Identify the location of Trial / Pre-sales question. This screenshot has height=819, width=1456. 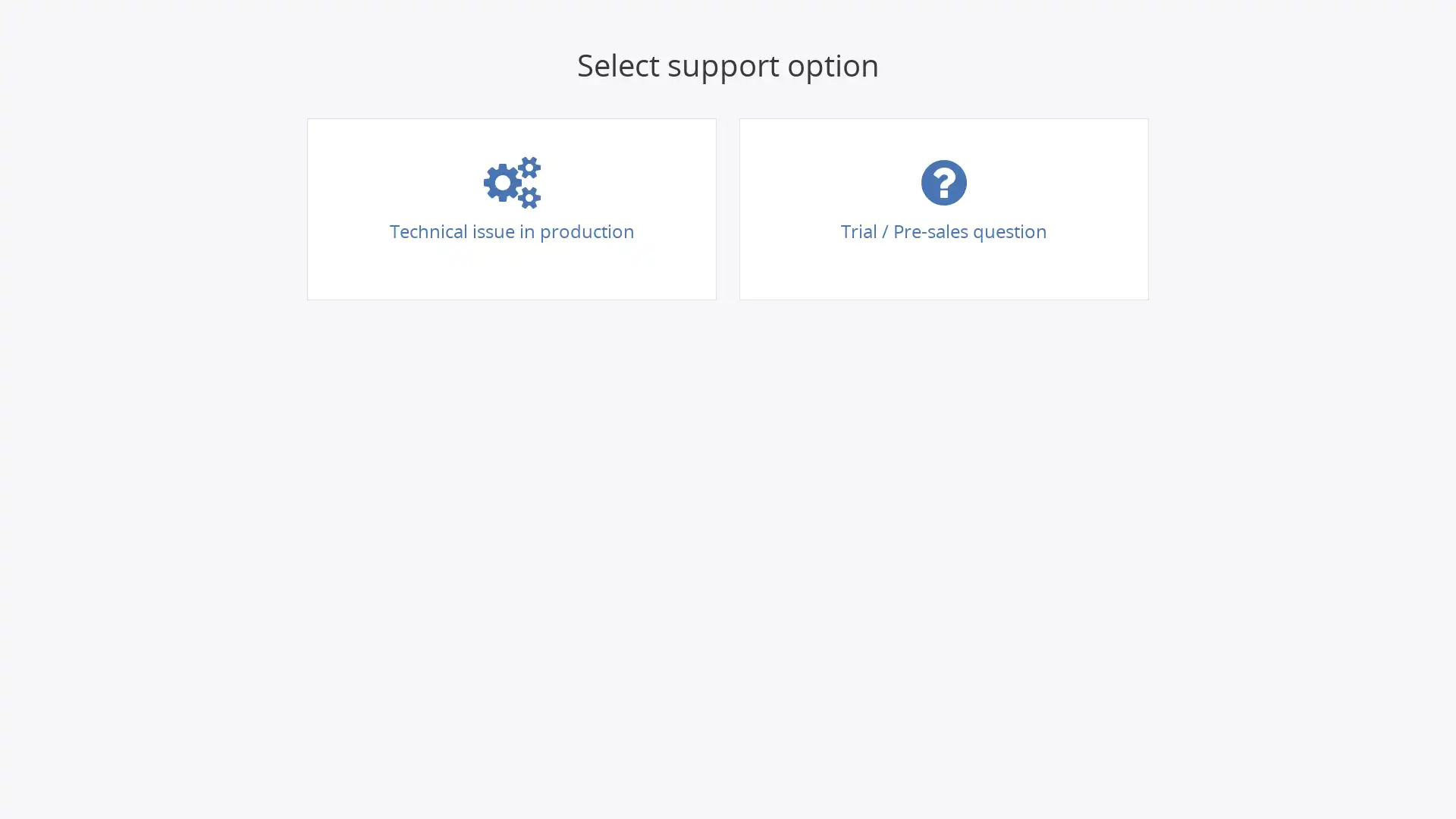
(943, 209).